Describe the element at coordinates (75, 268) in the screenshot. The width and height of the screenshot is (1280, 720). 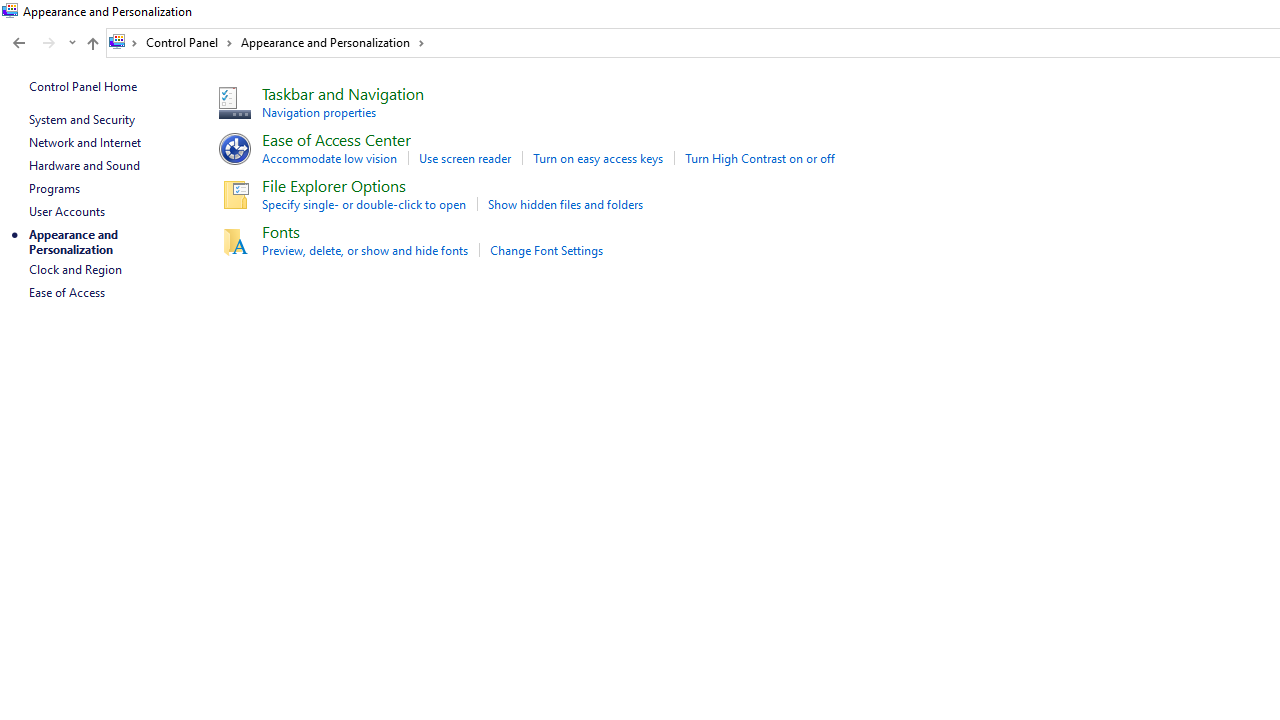
I see `'Clock and Region'` at that location.